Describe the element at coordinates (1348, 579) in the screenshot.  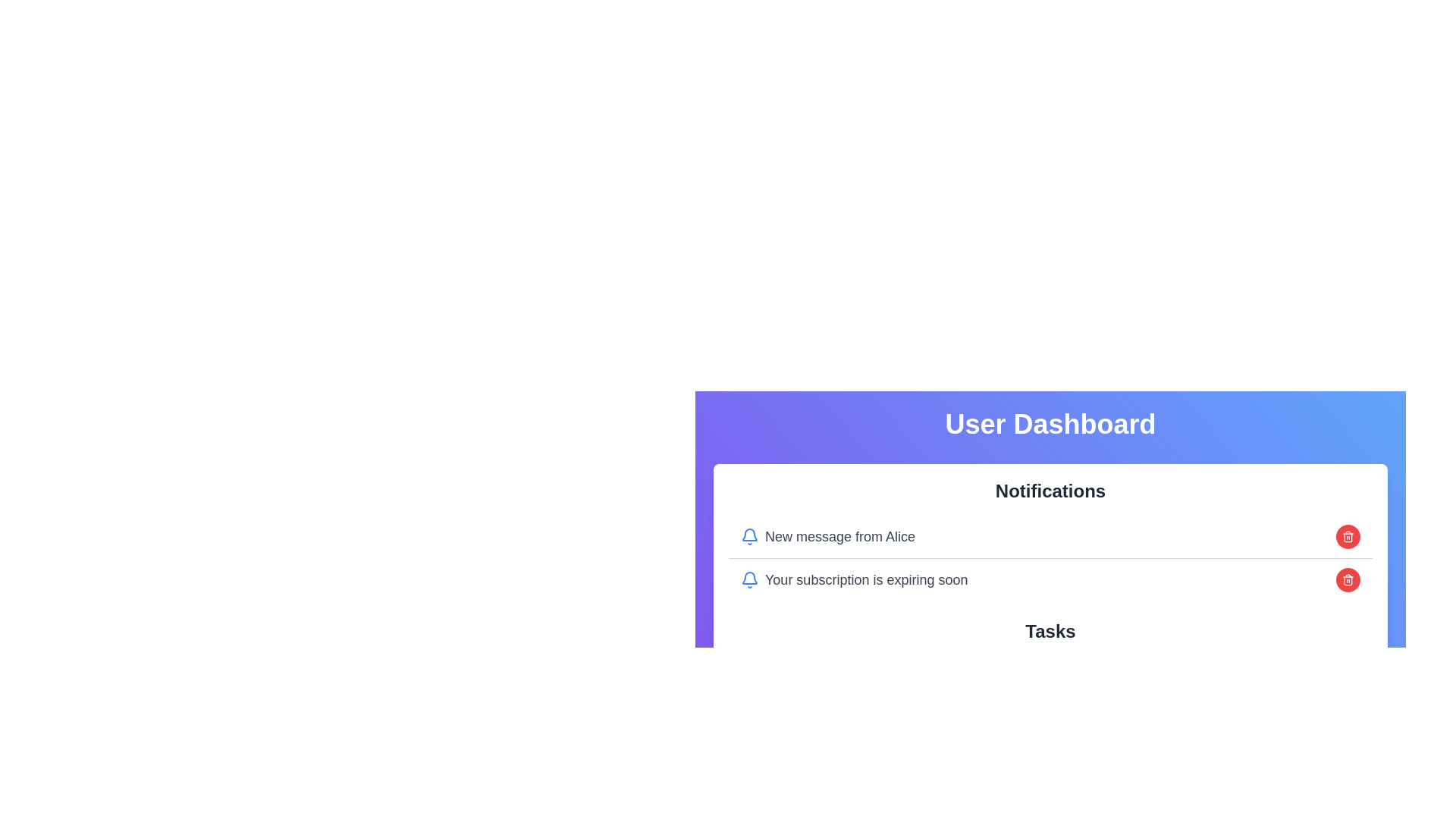
I see `the delete button located` at that location.